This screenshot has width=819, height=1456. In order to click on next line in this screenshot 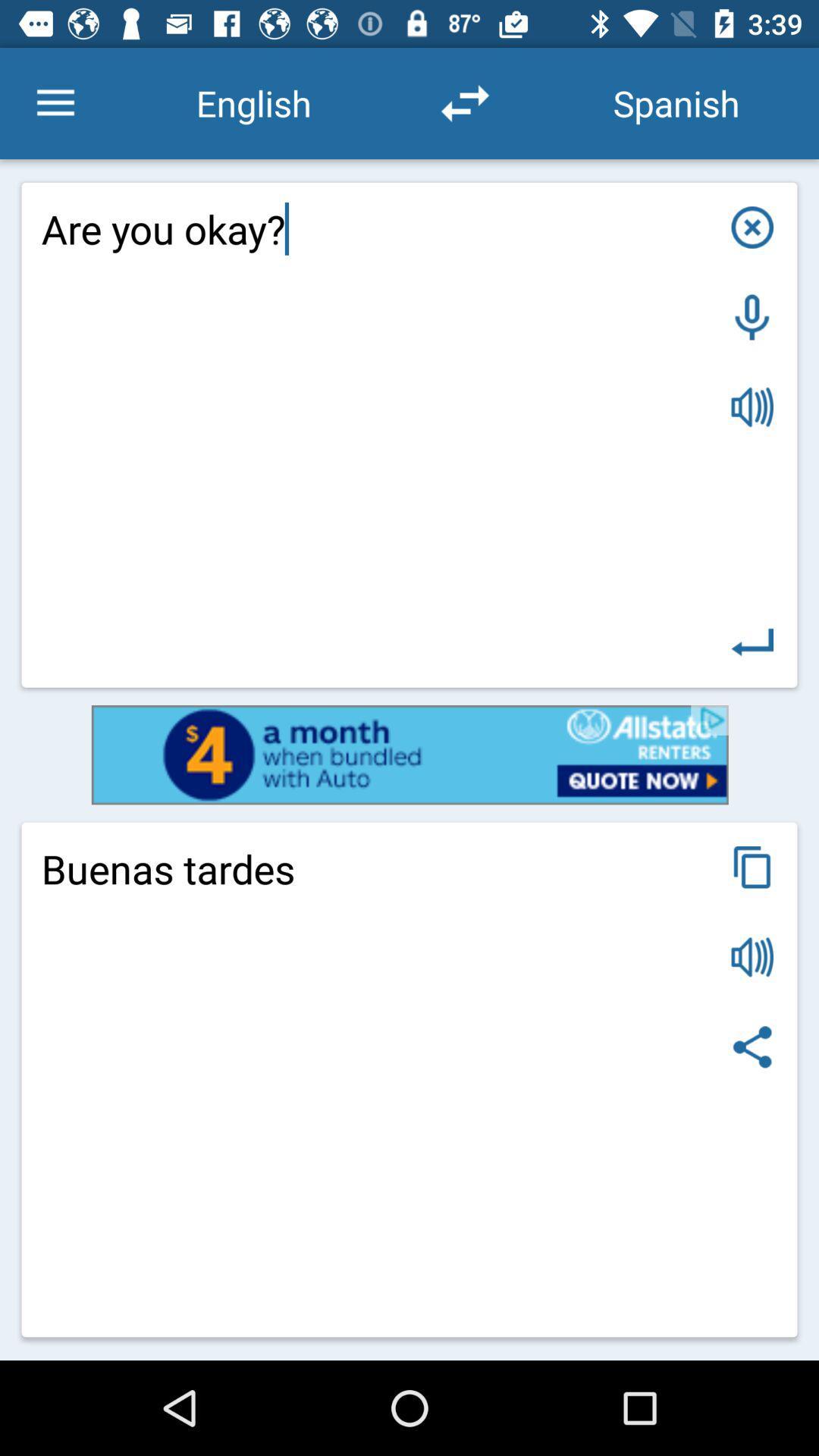, I will do `click(752, 642)`.